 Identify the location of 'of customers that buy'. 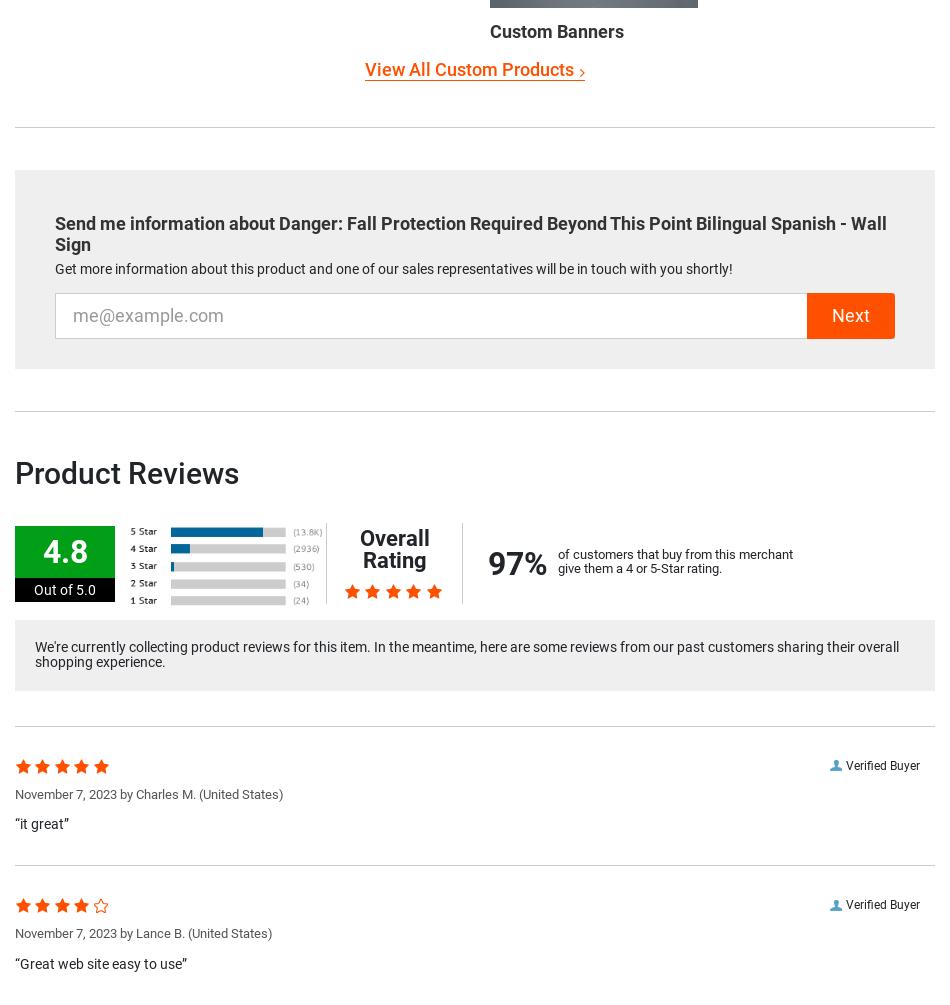
(619, 552).